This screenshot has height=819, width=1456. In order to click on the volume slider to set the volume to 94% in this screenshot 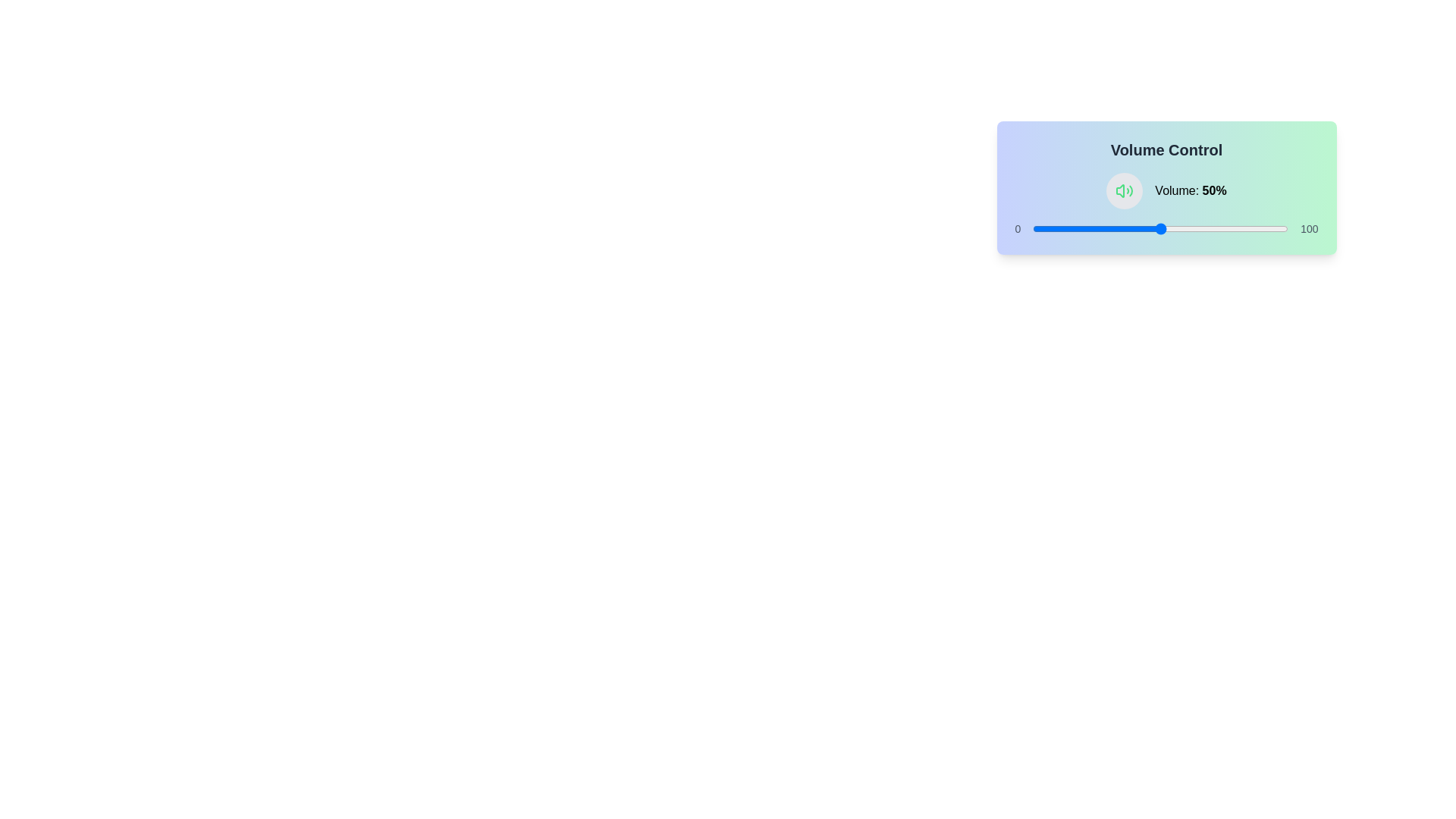, I will do `click(1272, 228)`.